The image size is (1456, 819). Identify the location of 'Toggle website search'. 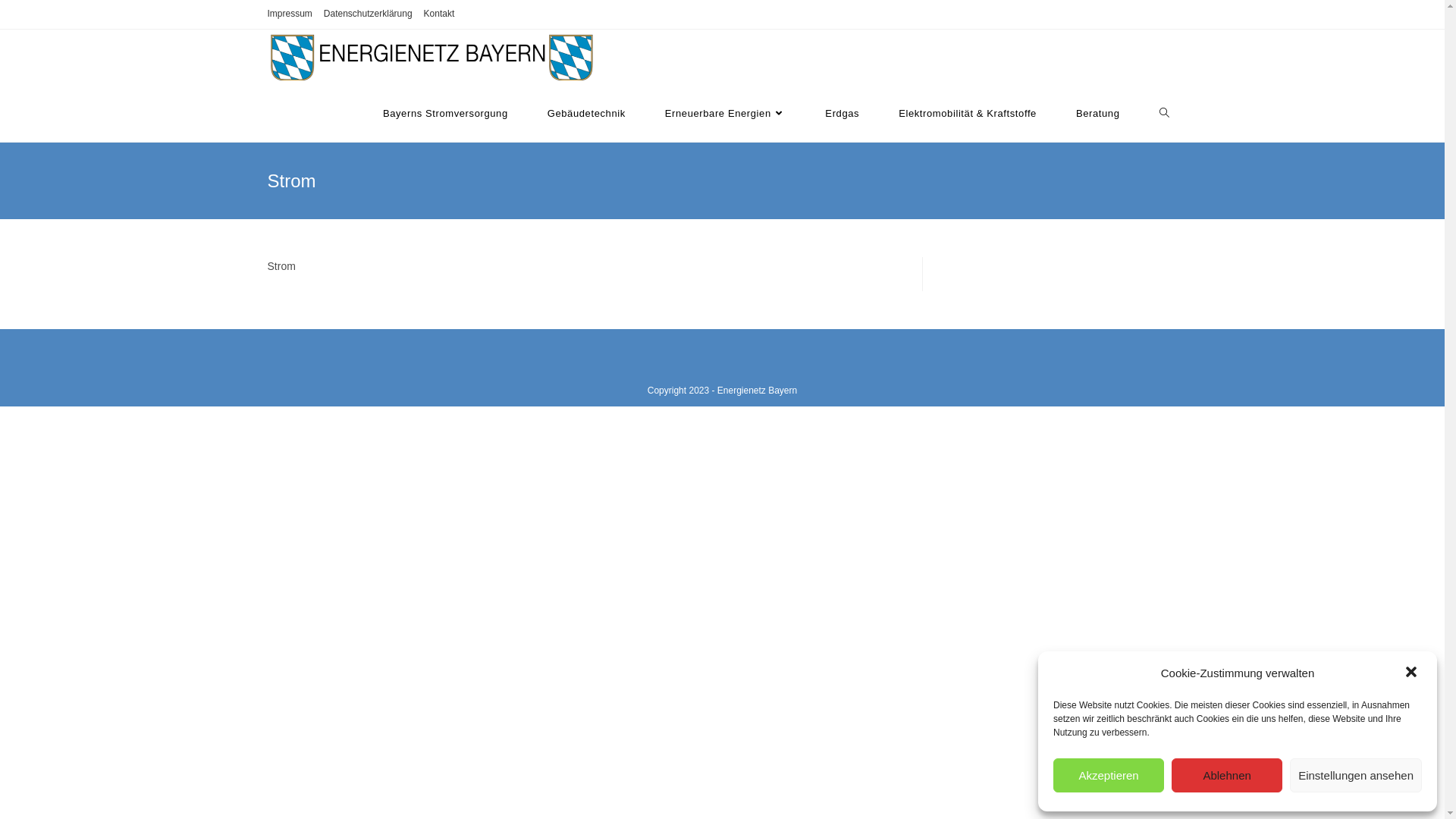
(1139, 113).